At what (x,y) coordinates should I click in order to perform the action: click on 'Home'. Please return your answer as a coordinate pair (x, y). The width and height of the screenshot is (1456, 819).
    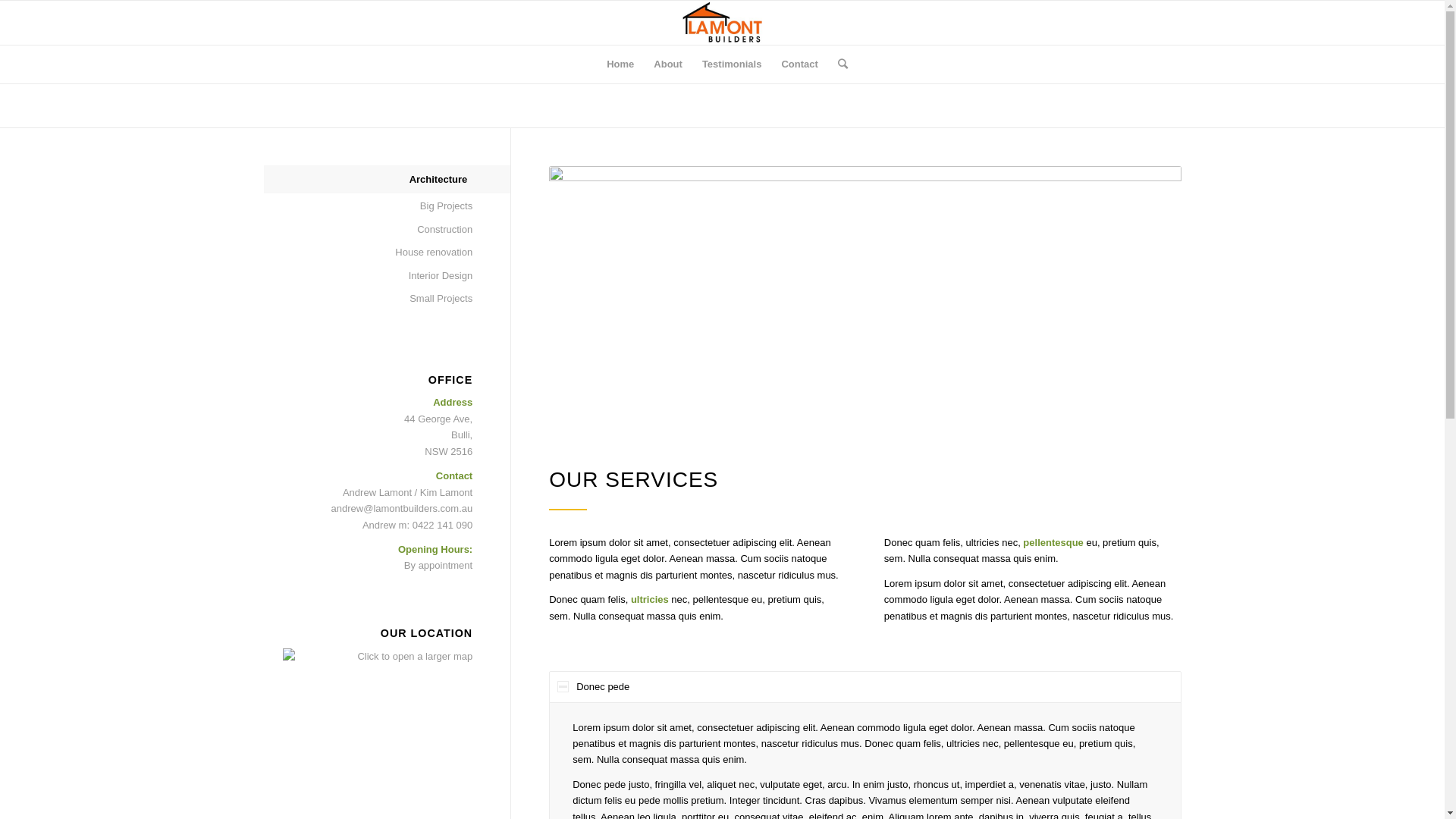
    Looking at the image, I should click on (620, 63).